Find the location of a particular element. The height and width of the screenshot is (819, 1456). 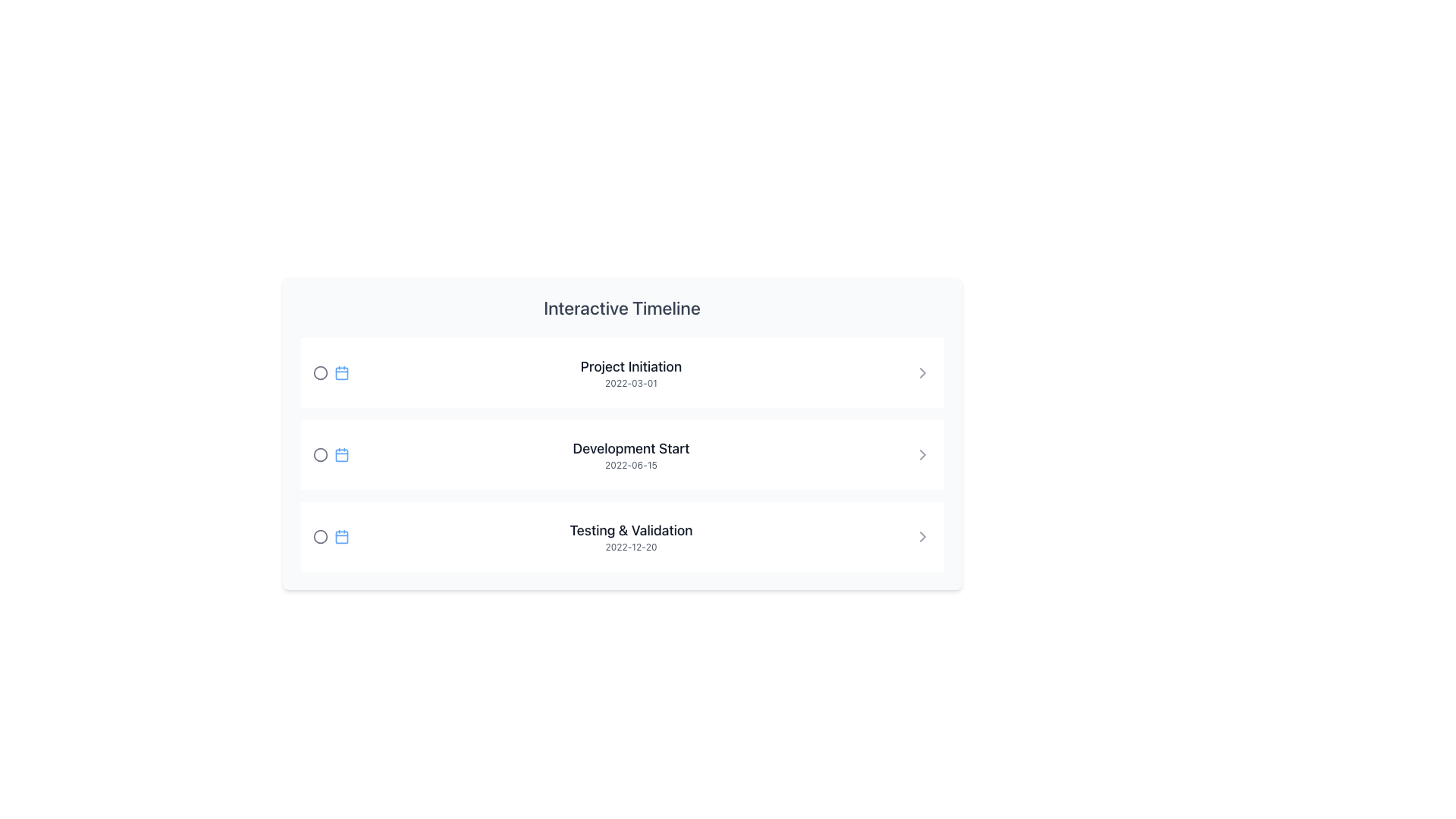

the small blue calendar icon located in the third row of the timeline panel, next to the circular checkbox icon, to interact with it is located at coordinates (340, 536).